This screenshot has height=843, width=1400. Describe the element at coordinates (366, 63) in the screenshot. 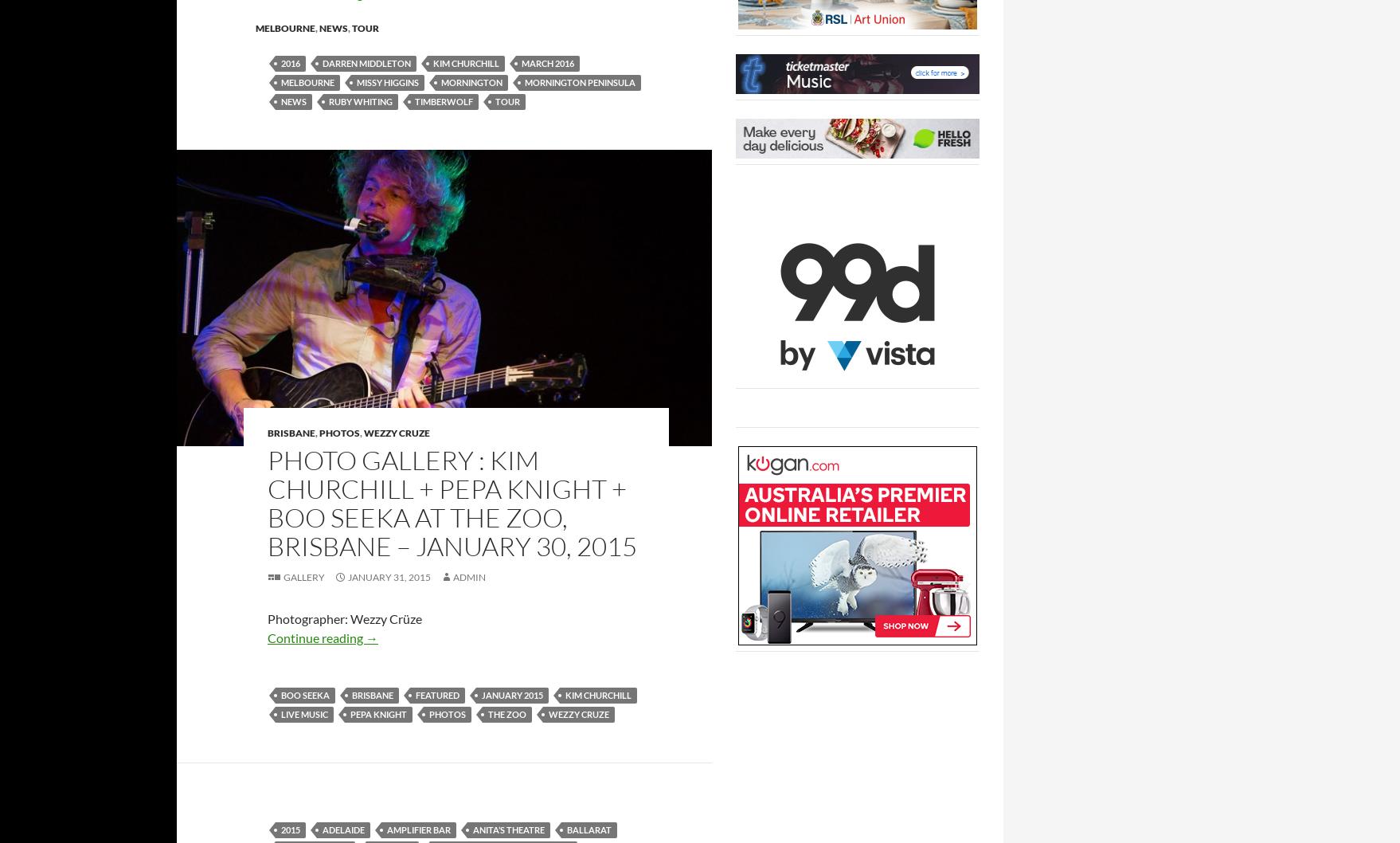

I see `'Darren Middleton'` at that location.